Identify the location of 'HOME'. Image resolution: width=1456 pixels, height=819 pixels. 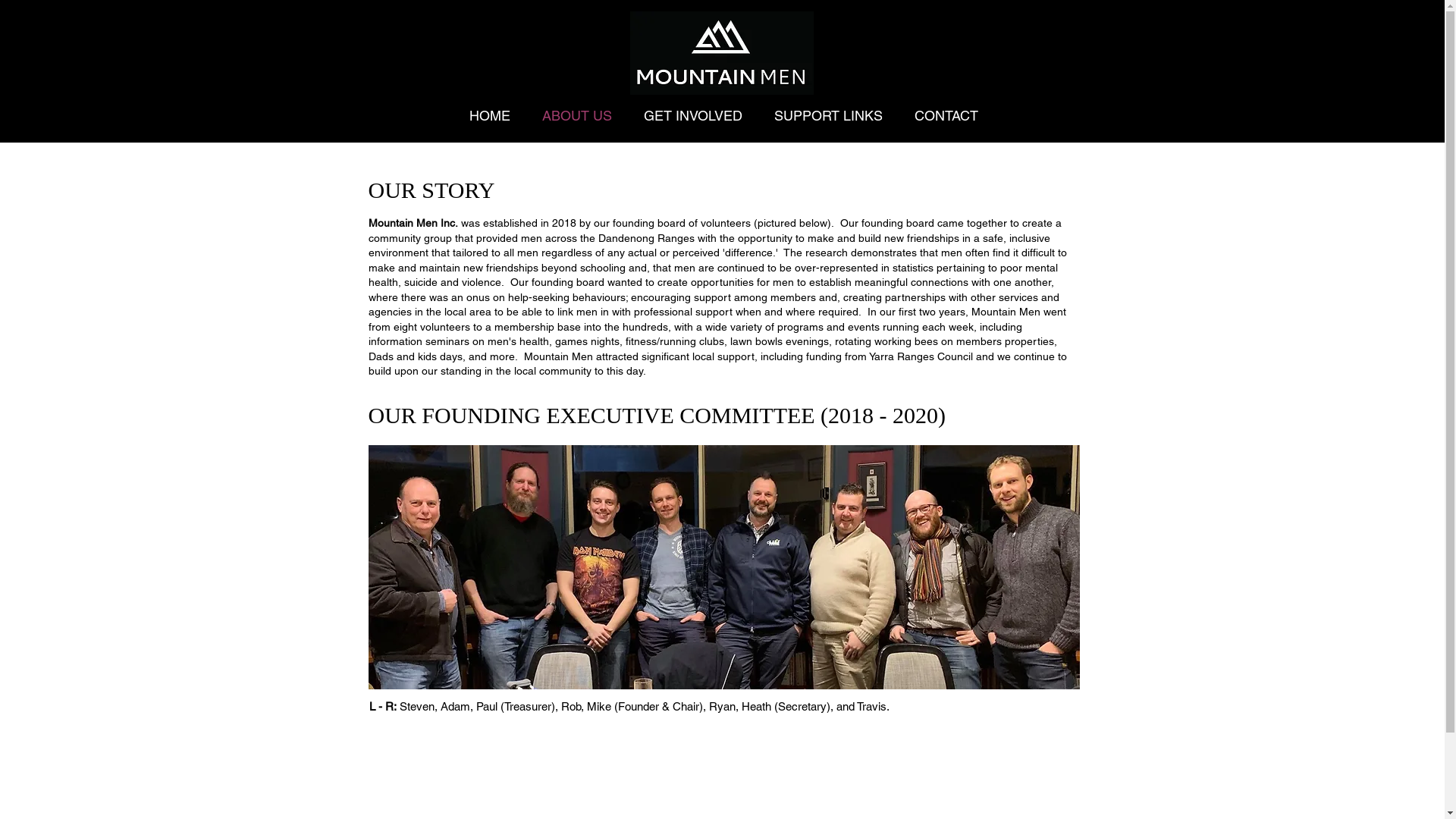
(490, 115).